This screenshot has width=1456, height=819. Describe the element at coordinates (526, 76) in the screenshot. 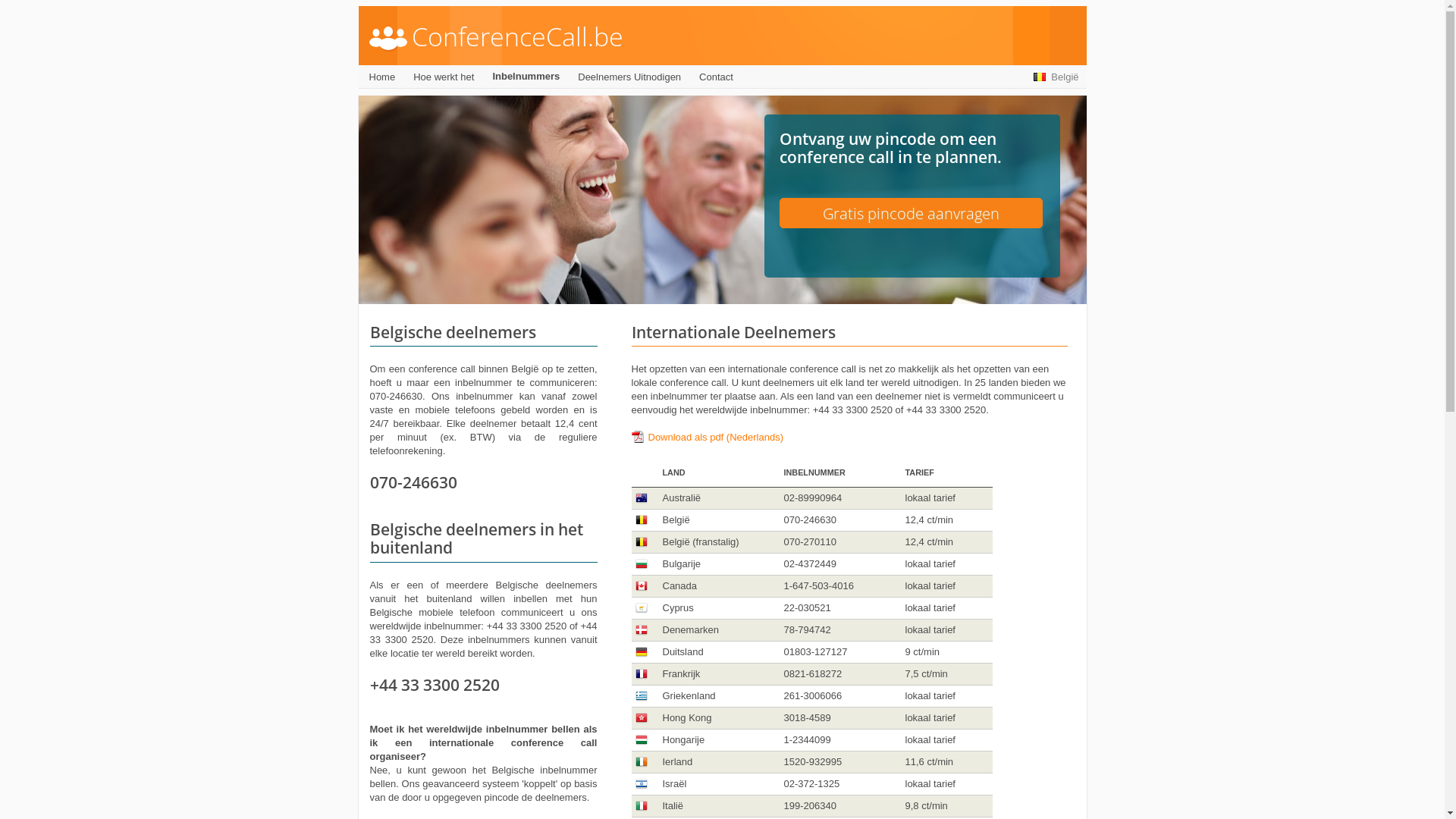

I see `'Inbelnummers'` at that location.